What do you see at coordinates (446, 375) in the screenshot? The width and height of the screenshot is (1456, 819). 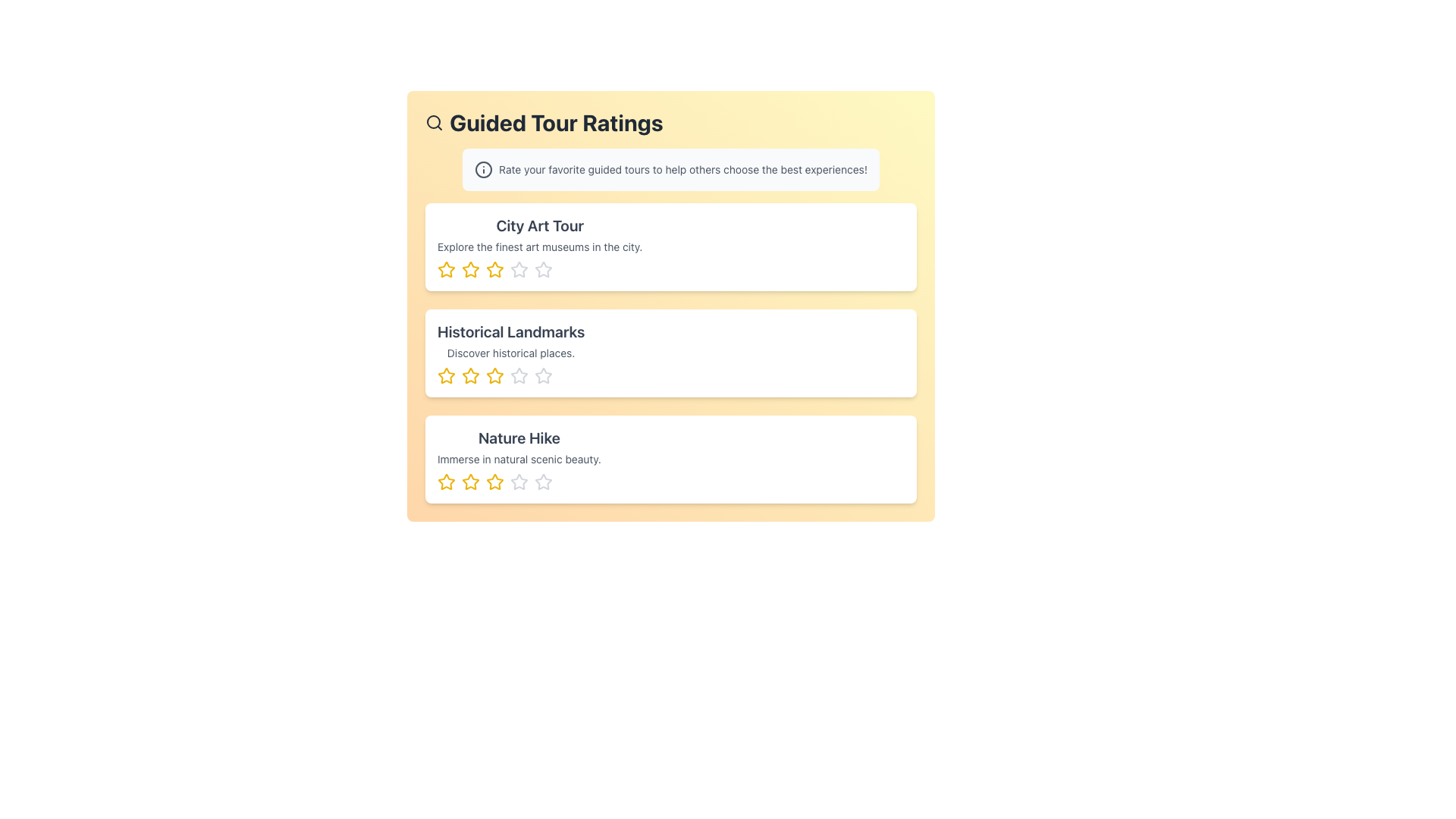 I see `the gold-colored hollow star, which is the first star in the second row of the rating stars under the 'Historical Landmarks' category` at bounding box center [446, 375].